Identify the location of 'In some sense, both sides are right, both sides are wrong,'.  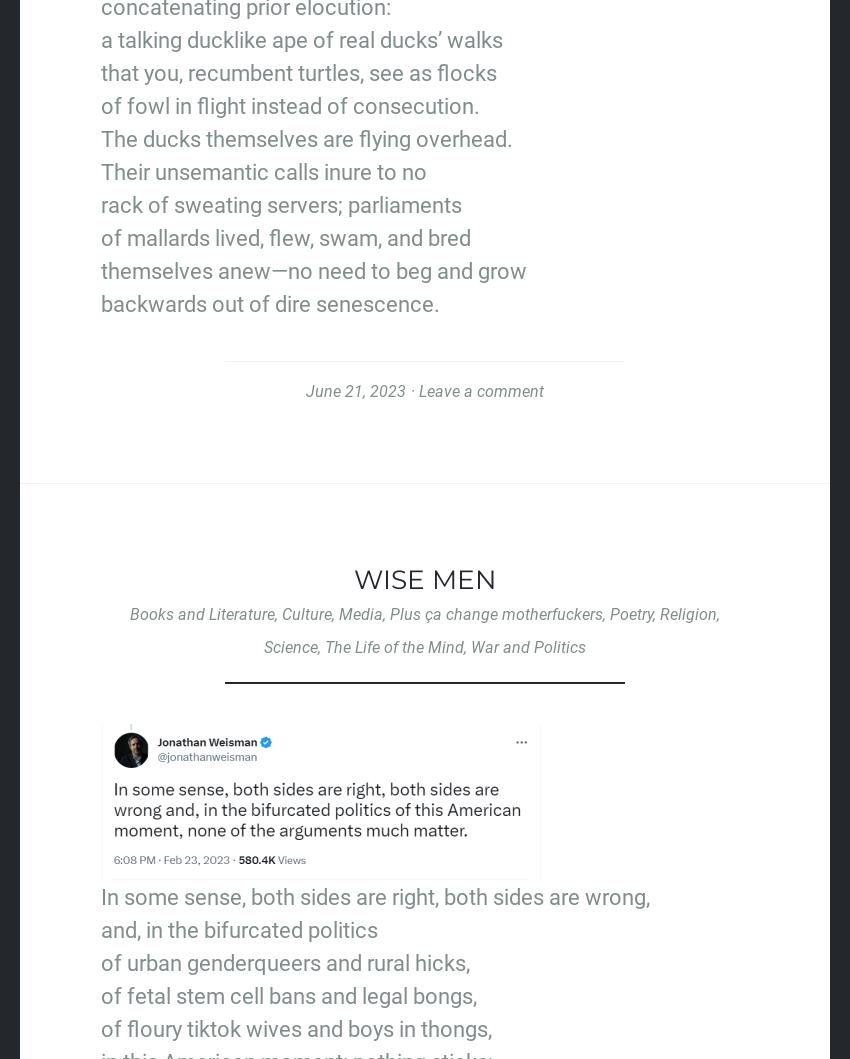
(374, 896).